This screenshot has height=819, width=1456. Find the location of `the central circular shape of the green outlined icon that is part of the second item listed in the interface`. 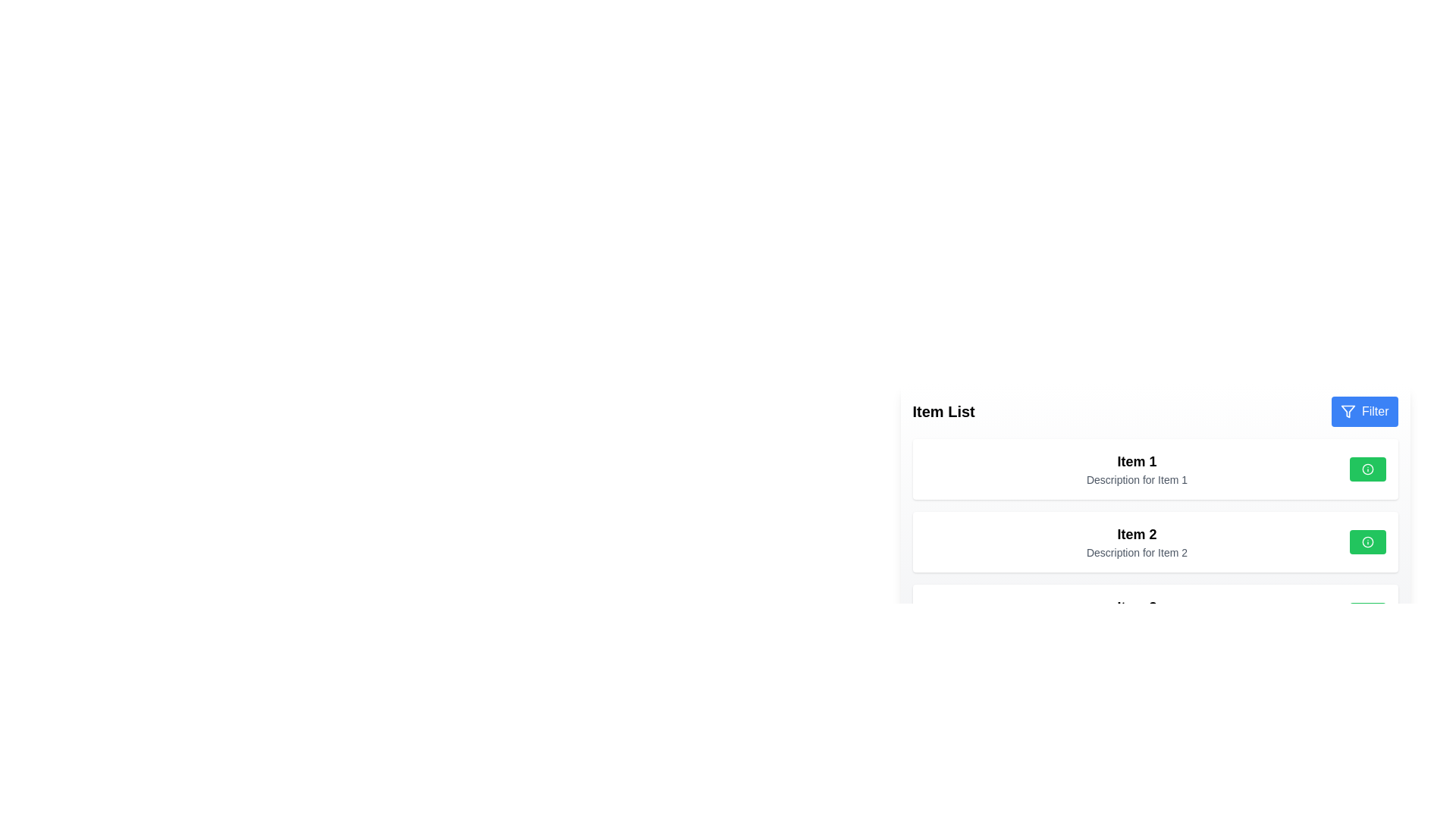

the central circular shape of the green outlined icon that is part of the second item listed in the interface is located at coordinates (1367, 541).